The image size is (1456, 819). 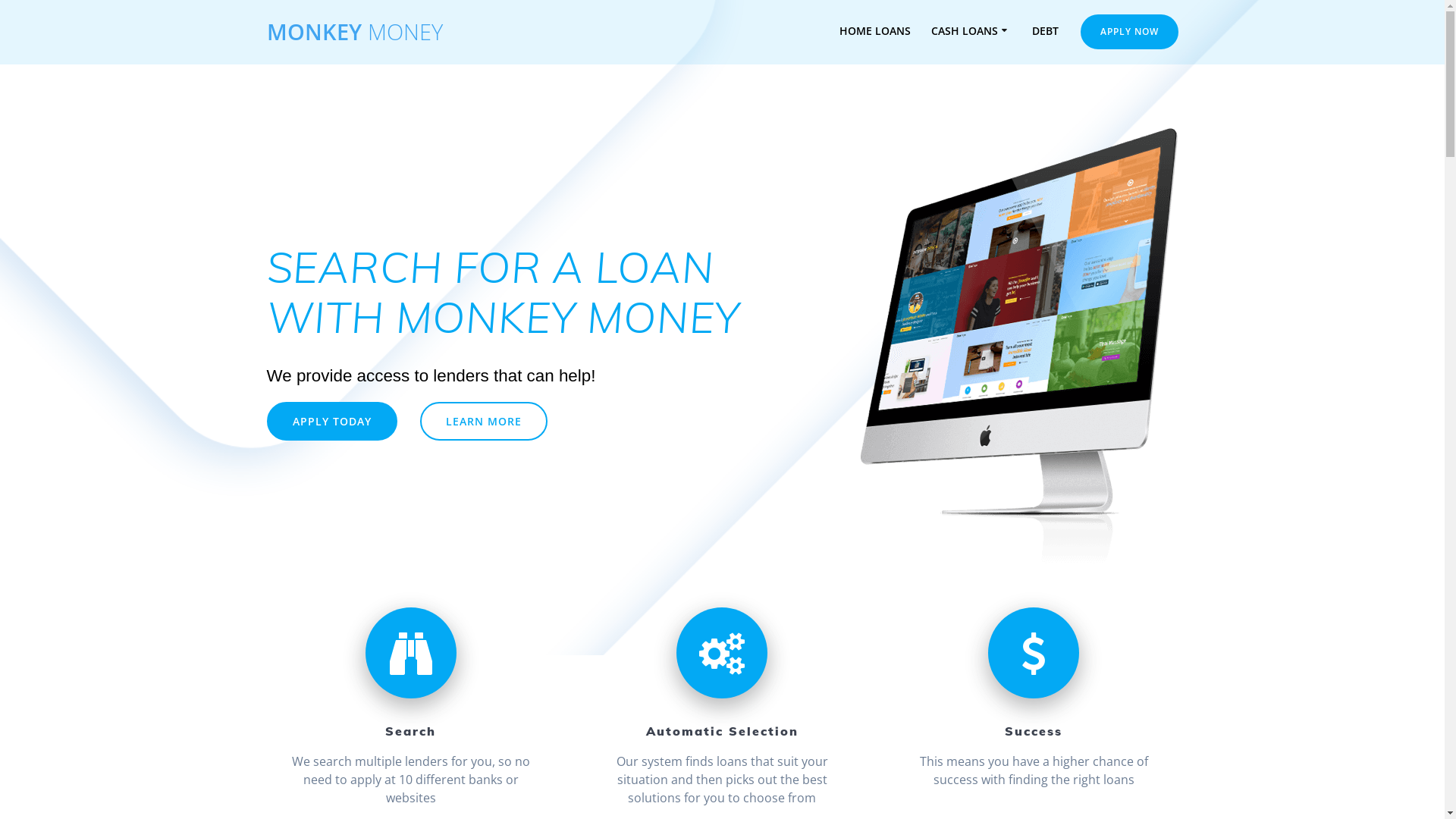 I want to click on 'DEBT', so click(x=1044, y=32).